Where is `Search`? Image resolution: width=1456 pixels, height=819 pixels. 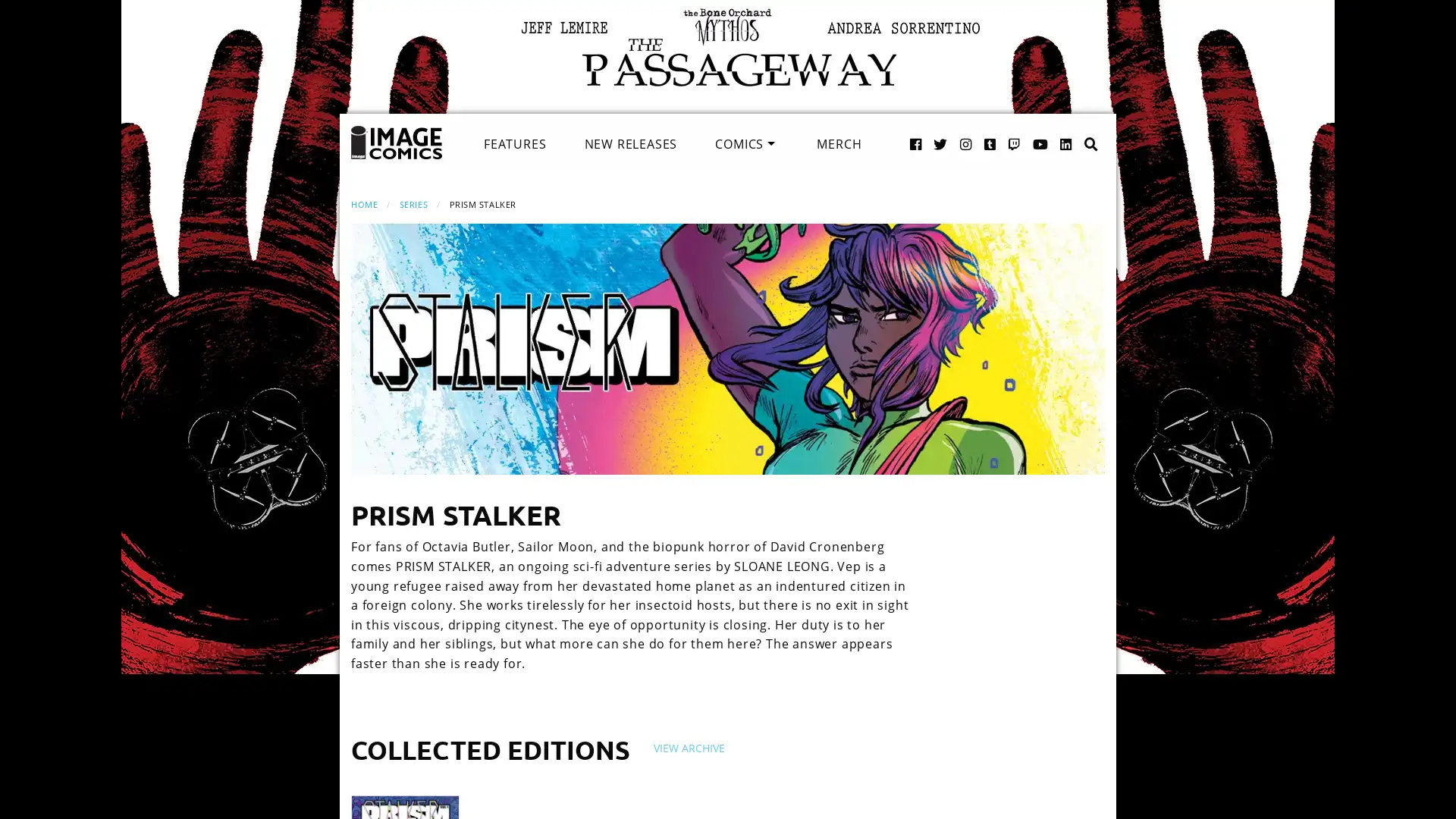
Search is located at coordinates (1075, 127).